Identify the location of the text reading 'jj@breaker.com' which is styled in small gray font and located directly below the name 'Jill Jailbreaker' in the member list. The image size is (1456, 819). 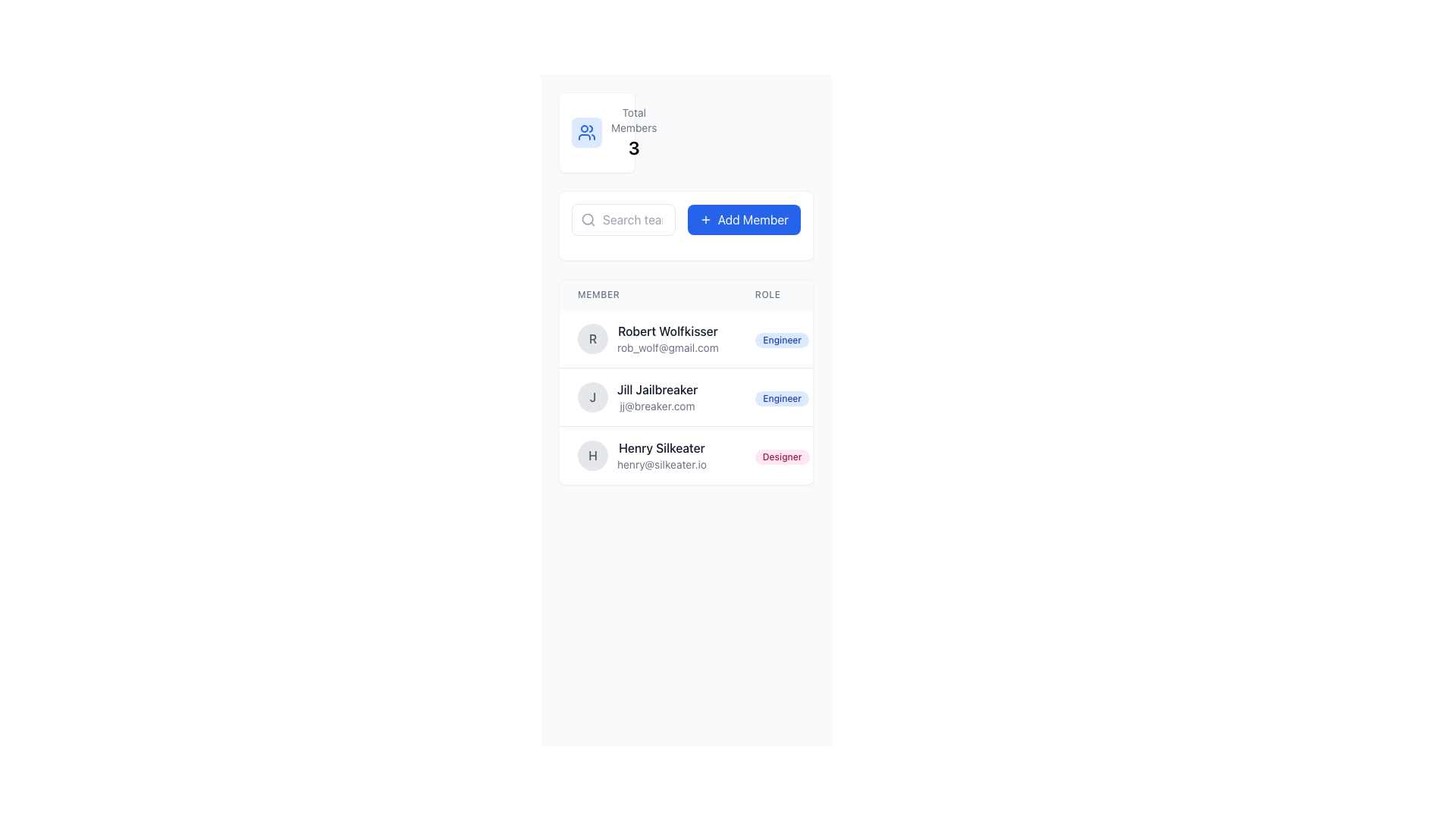
(657, 406).